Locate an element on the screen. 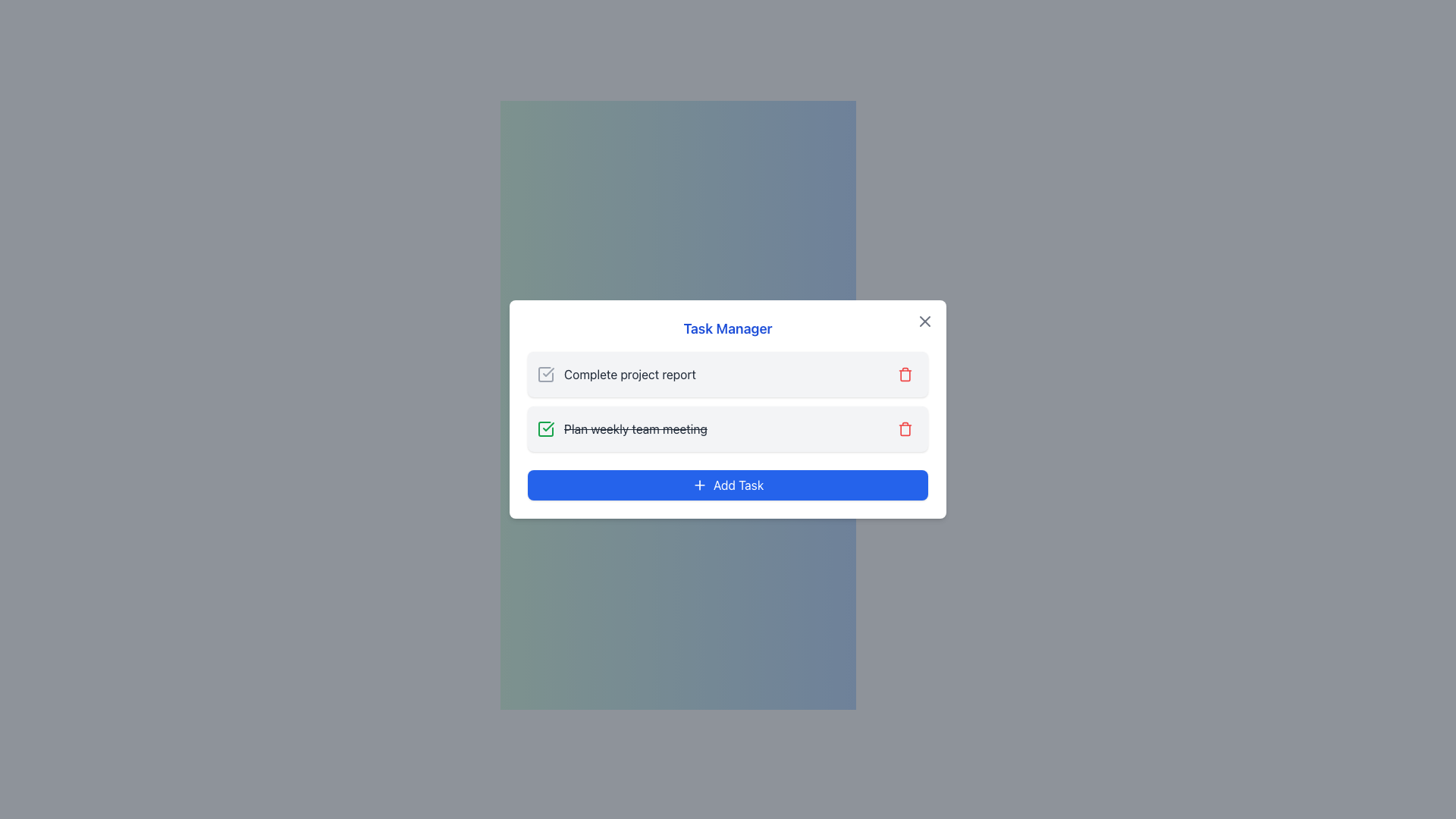 Image resolution: width=1456 pixels, height=819 pixels. the delete button with the trash can icon for the task 'Plan weekly team meeting' is located at coordinates (905, 429).